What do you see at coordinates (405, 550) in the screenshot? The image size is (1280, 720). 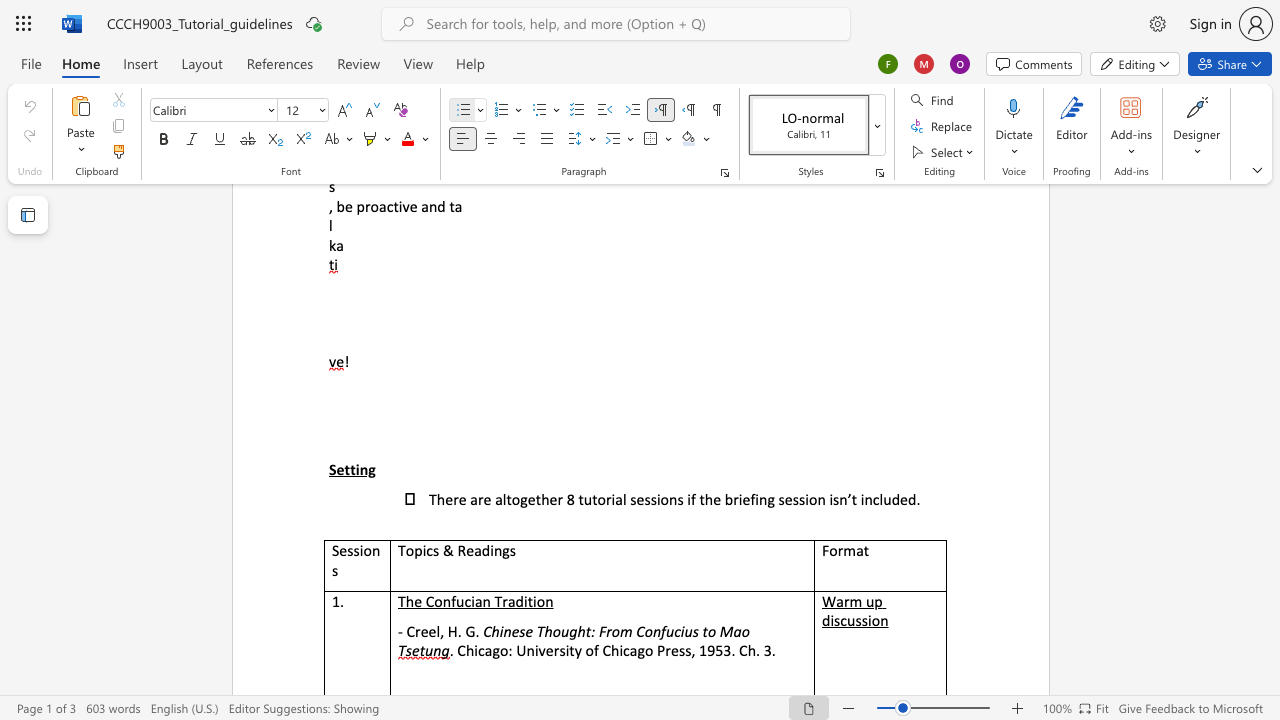 I see `the space between the continuous character "T" and "o" in the text` at bounding box center [405, 550].